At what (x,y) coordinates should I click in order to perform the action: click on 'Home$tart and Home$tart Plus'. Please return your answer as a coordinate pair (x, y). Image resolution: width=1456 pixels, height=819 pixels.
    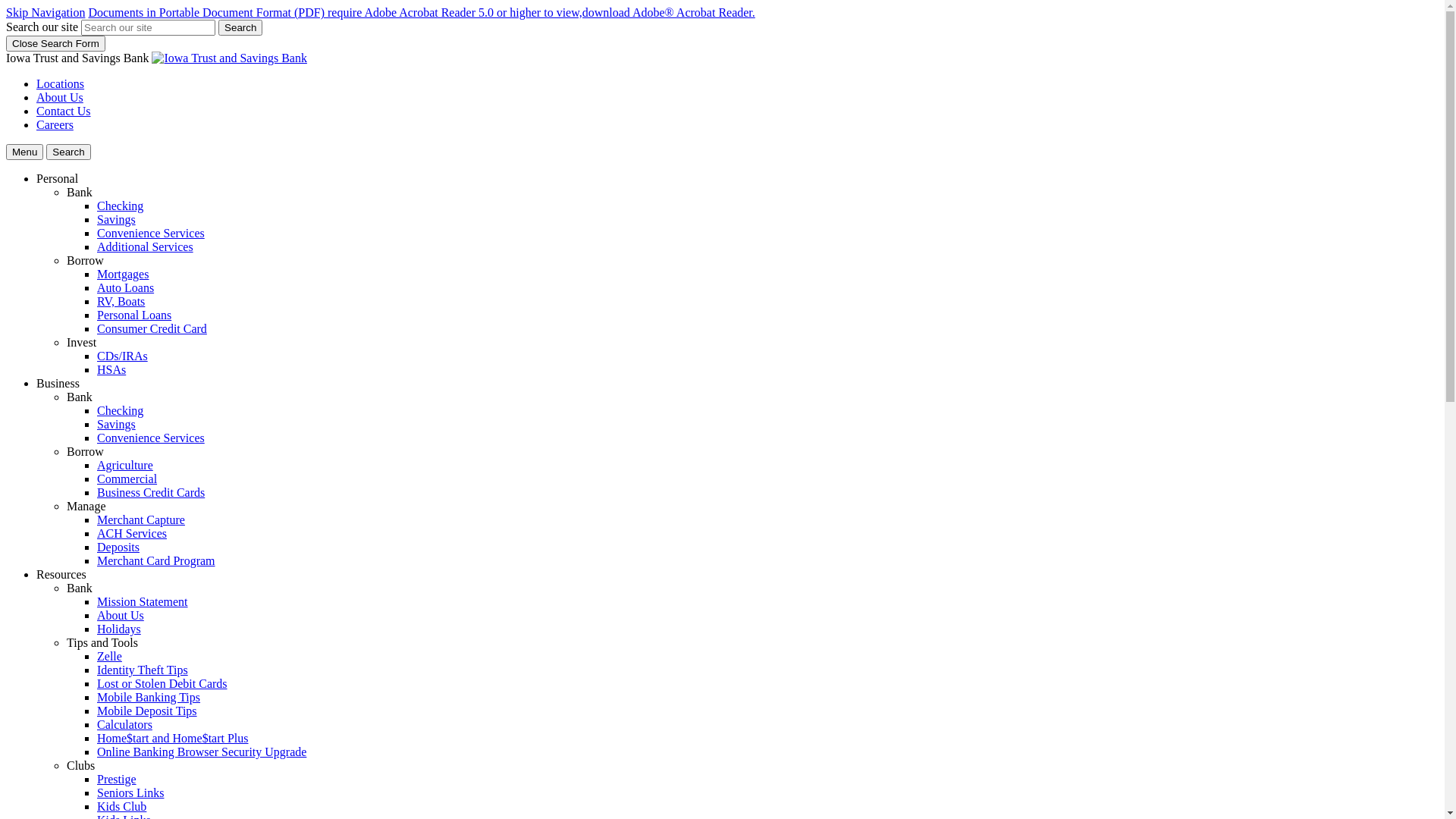
    Looking at the image, I should click on (172, 737).